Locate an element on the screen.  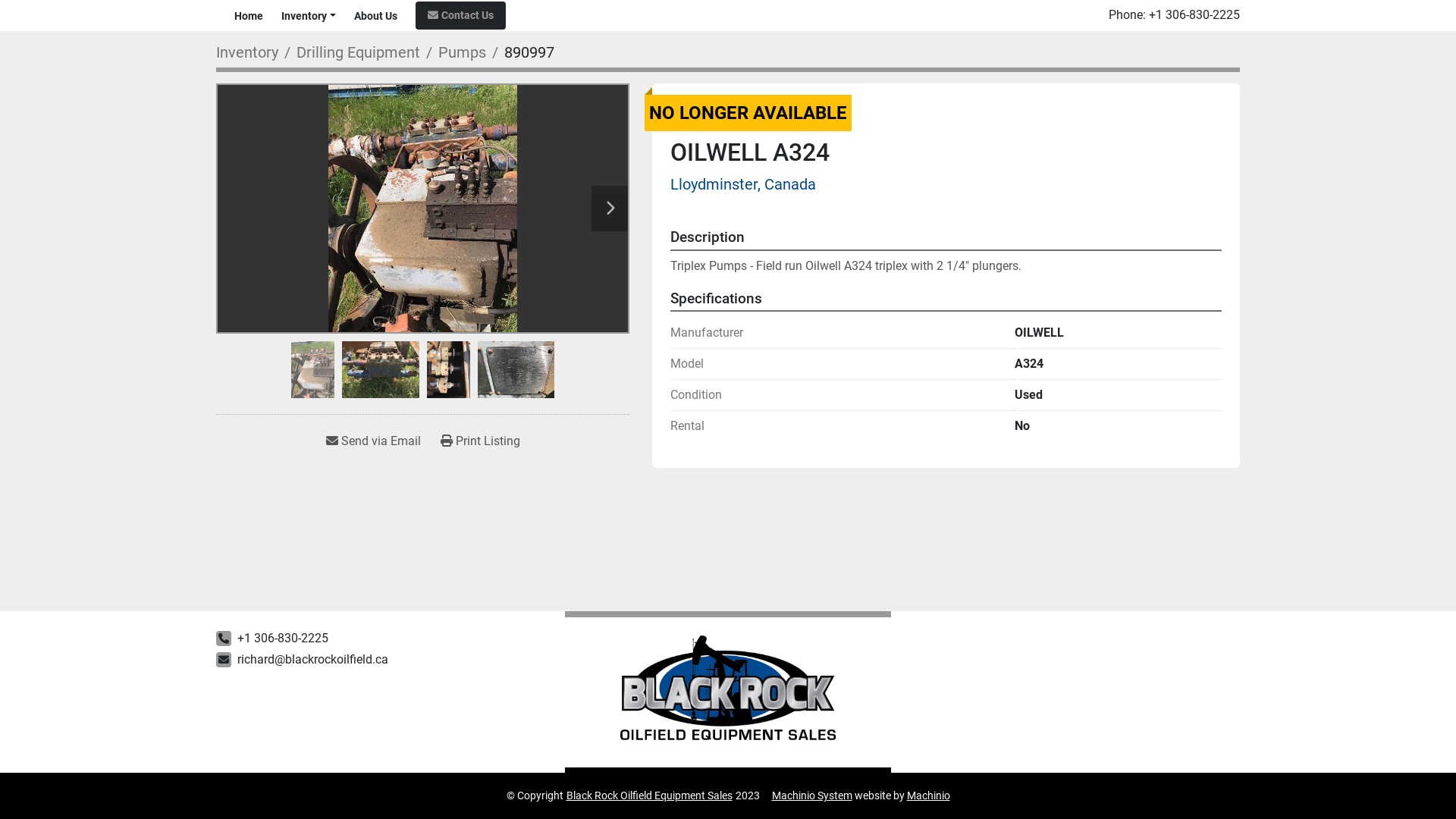
'About Us' is located at coordinates (375, 15).